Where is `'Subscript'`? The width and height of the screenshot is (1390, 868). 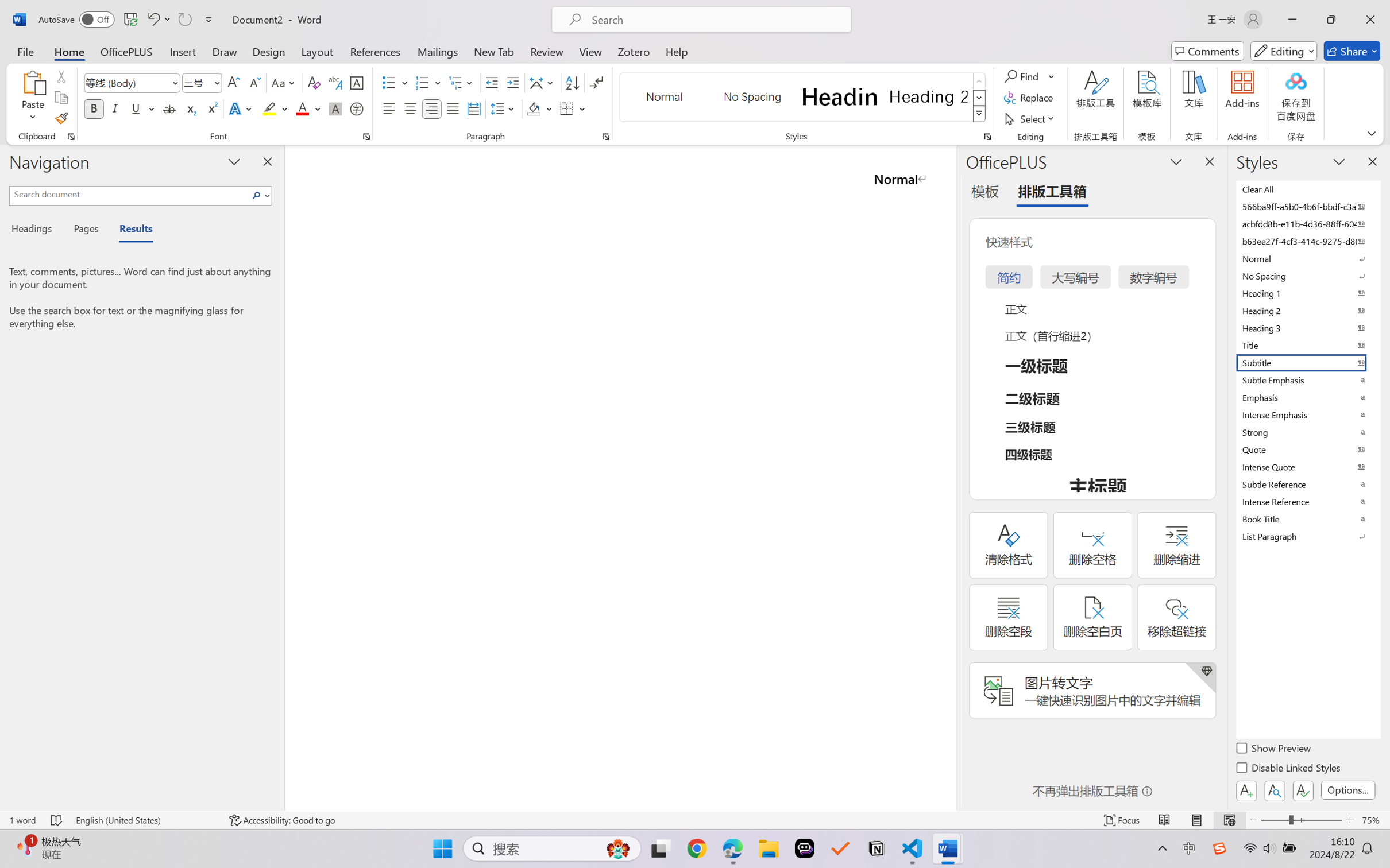
'Subscript' is located at coordinates (190, 108).